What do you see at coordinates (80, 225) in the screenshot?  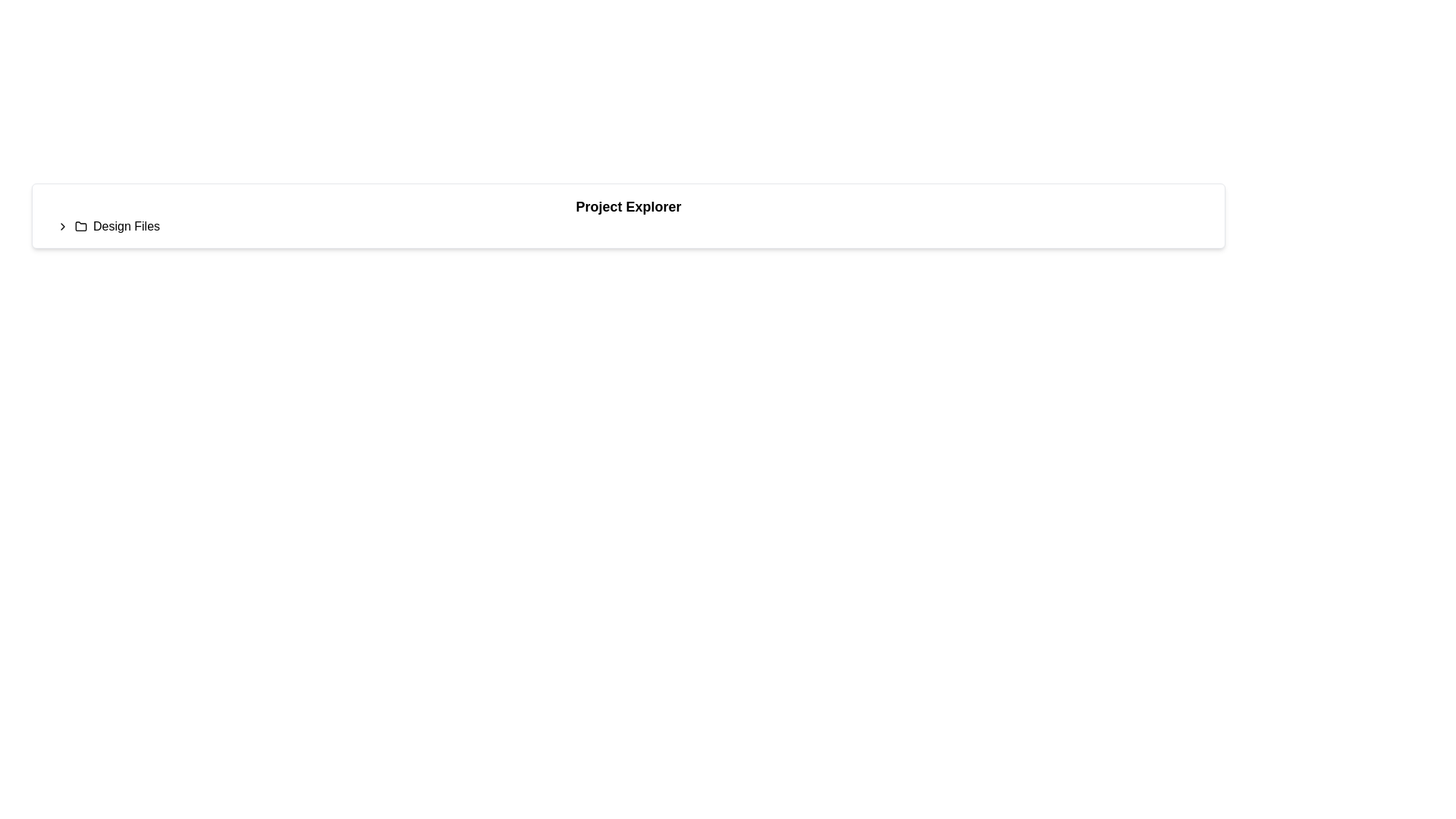 I see `the folder icon, which is styled as an SVG with a rounded outline, located to the left of the 'Design Files' label` at bounding box center [80, 225].